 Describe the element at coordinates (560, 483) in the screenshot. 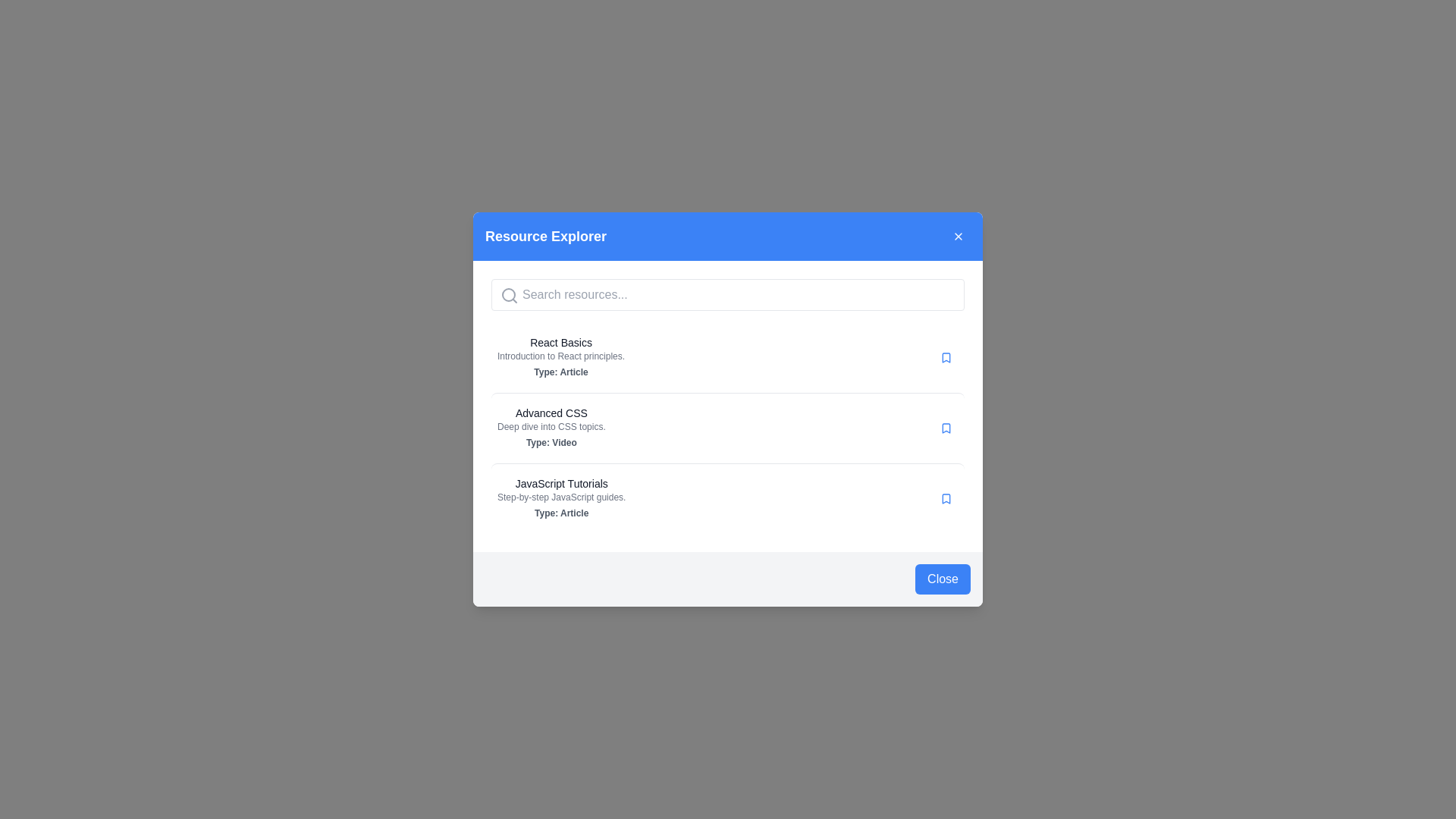

I see `the Text Label element displaying 'JavaScript Tutorials', which is styled in bold dark-gray font and serves as a headline in the Resource Explorer modal` at that location.